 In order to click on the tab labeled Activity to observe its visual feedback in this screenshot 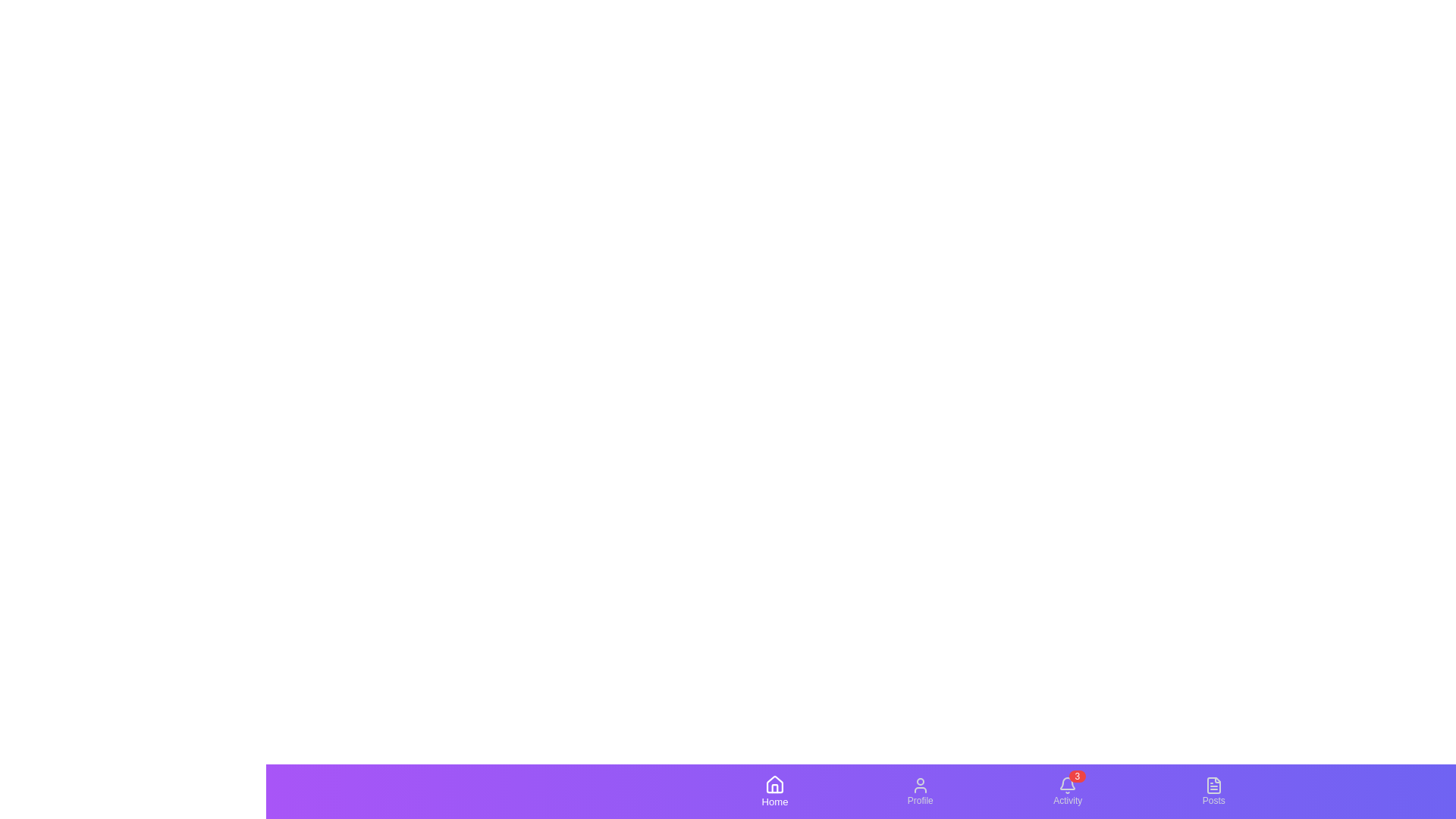, I will do `click(1066, 791)`.